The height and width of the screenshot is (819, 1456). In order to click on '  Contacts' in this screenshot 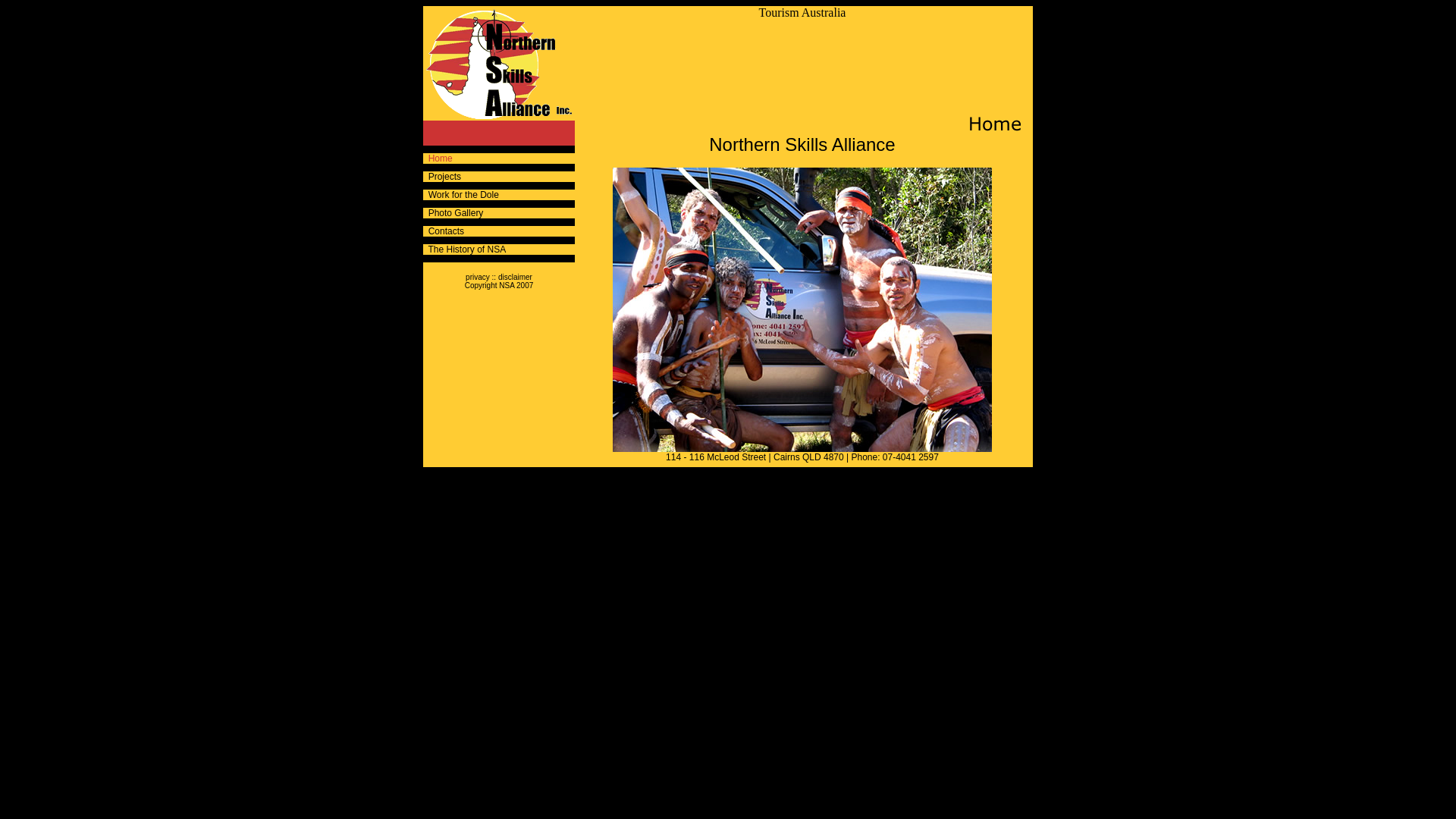, I will do `click(443, 231)`.